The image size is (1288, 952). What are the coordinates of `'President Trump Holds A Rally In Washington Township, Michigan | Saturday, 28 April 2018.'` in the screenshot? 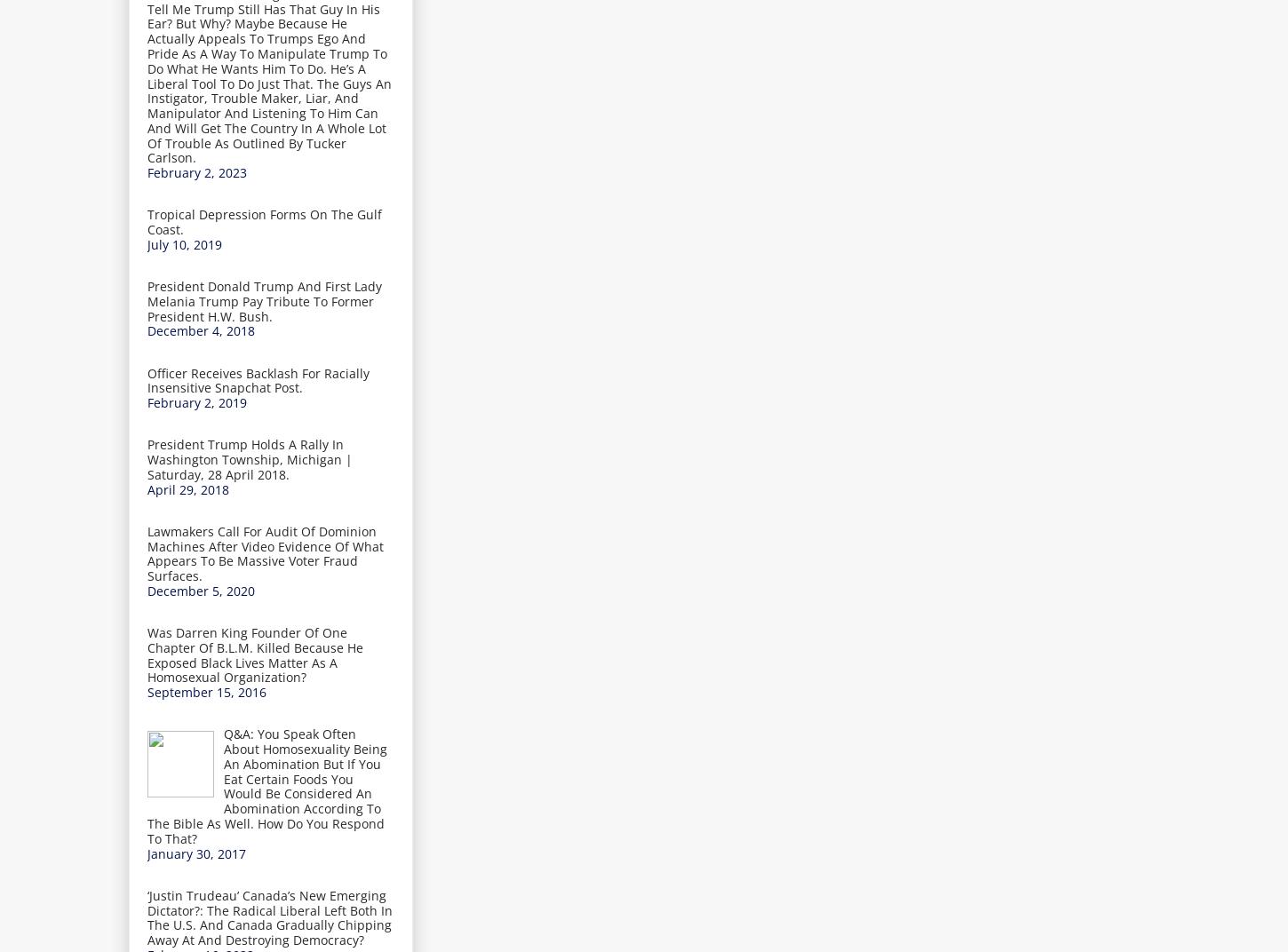 It's located at (147, 459).